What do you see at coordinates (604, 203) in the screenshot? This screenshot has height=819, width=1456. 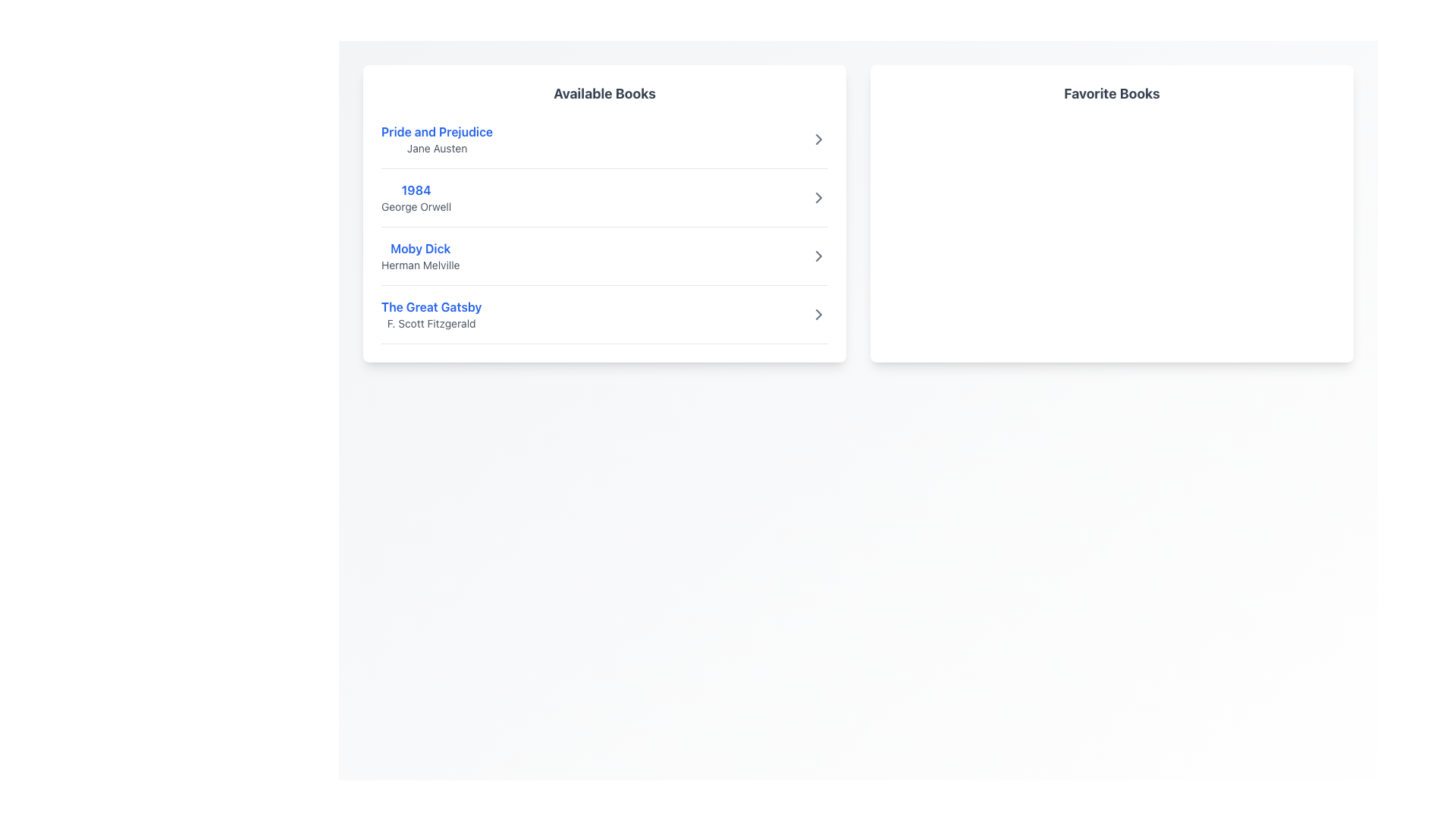 I see `to select the list item representing the book '1984' by George Orwell, which is the second row in the 'Available Books' list` at bounding box center [604, 203].